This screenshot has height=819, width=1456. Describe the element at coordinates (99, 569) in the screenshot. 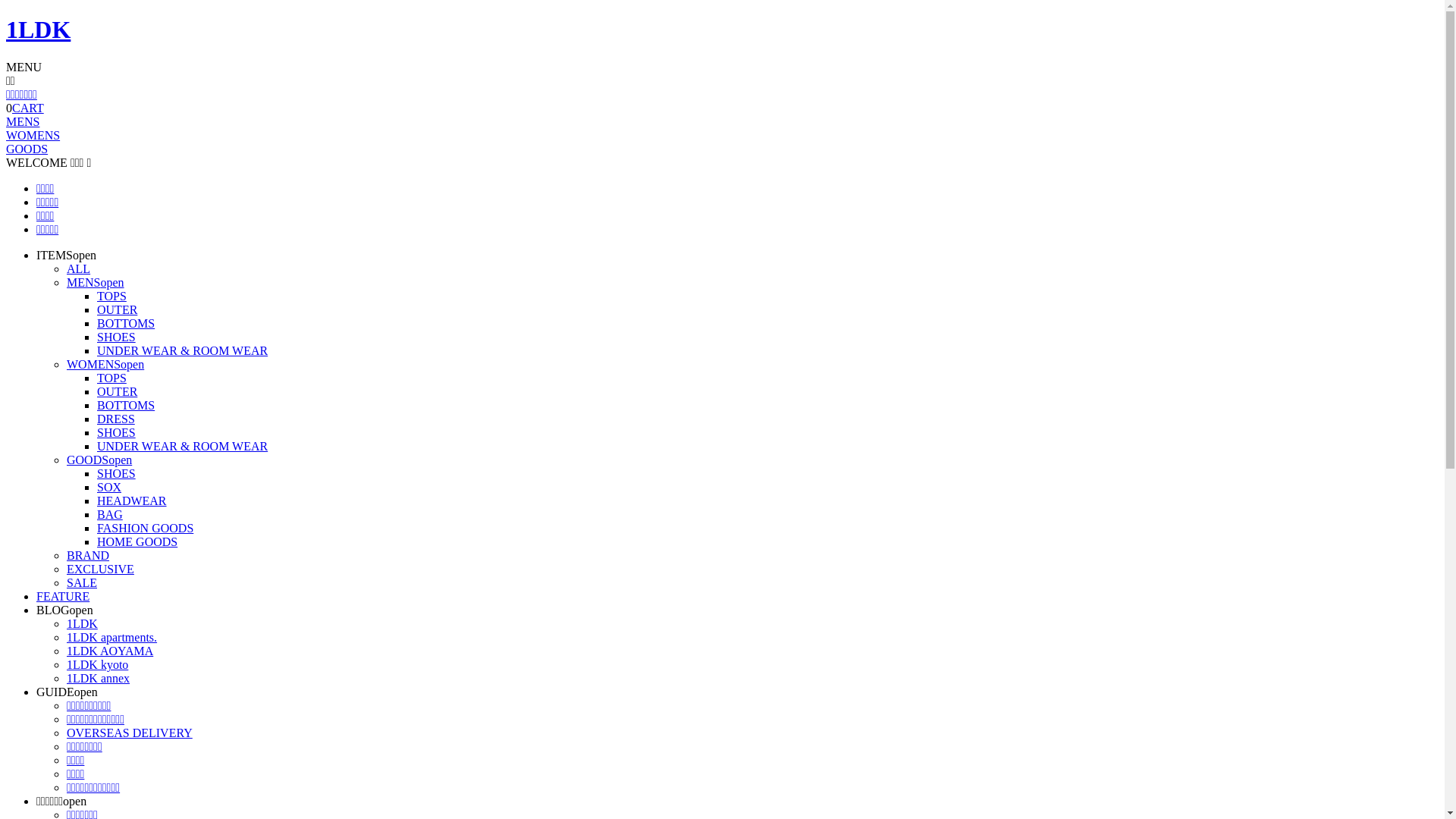

I see `'EXCLUSIVE'` at that location.